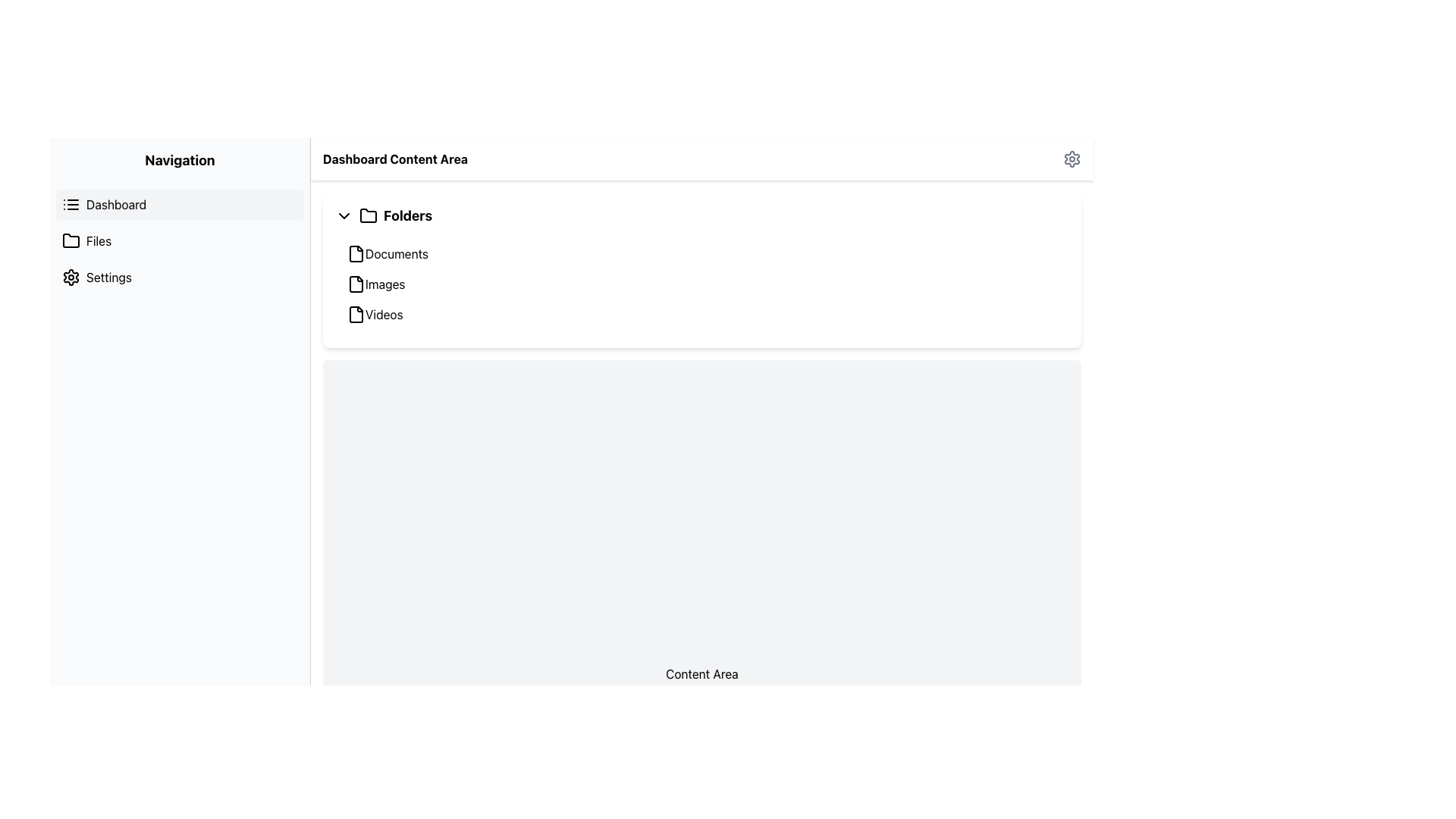  I want to click on the 'Dashboard' text label in the navigation sidebar, which is styled with a clean sans-serif font and is positioned next to a menu icon, so click(115, 205).